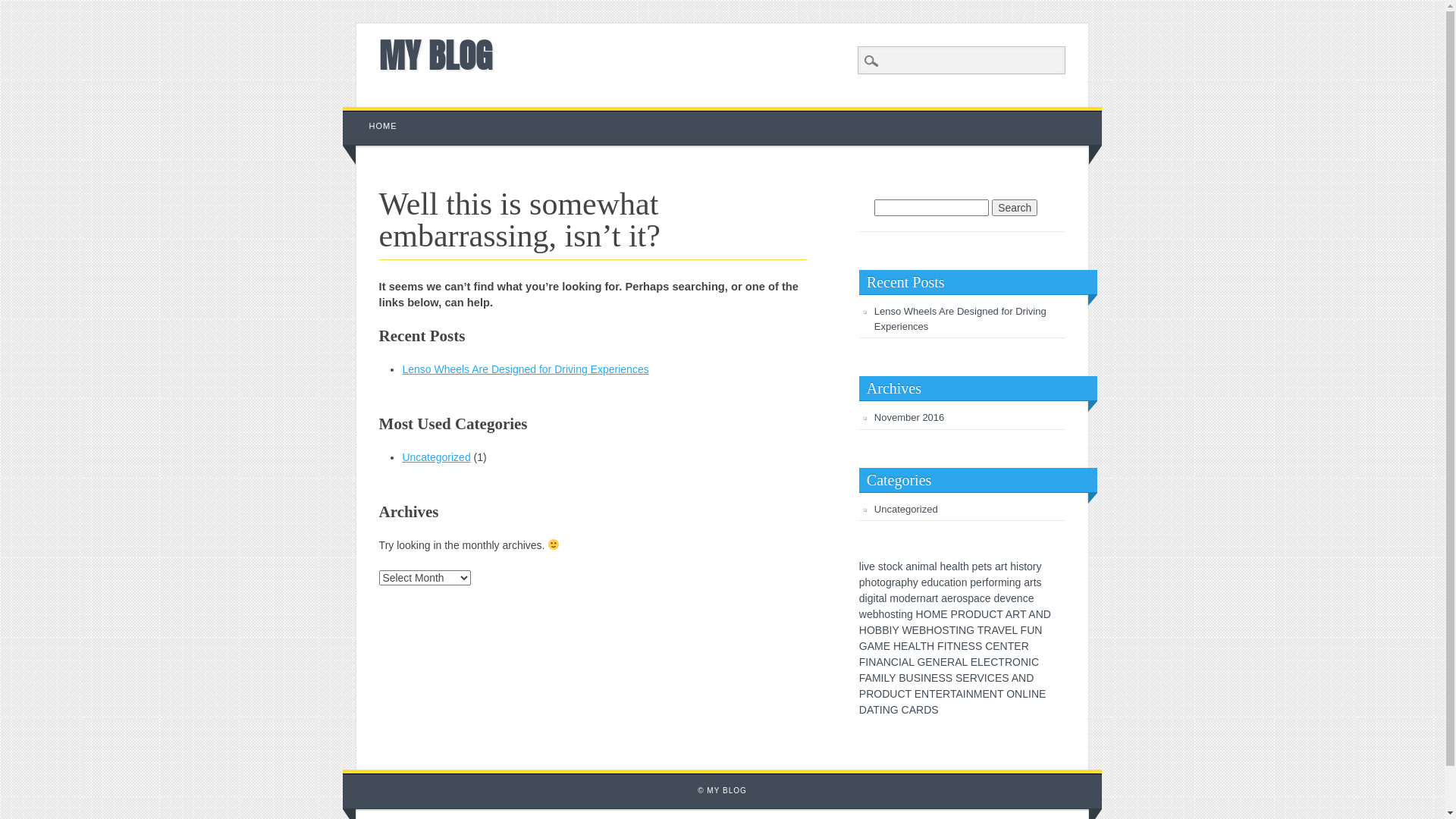  Describe the element at coordinates (993, 661) in the screenshot. I see `'C'` at that location.